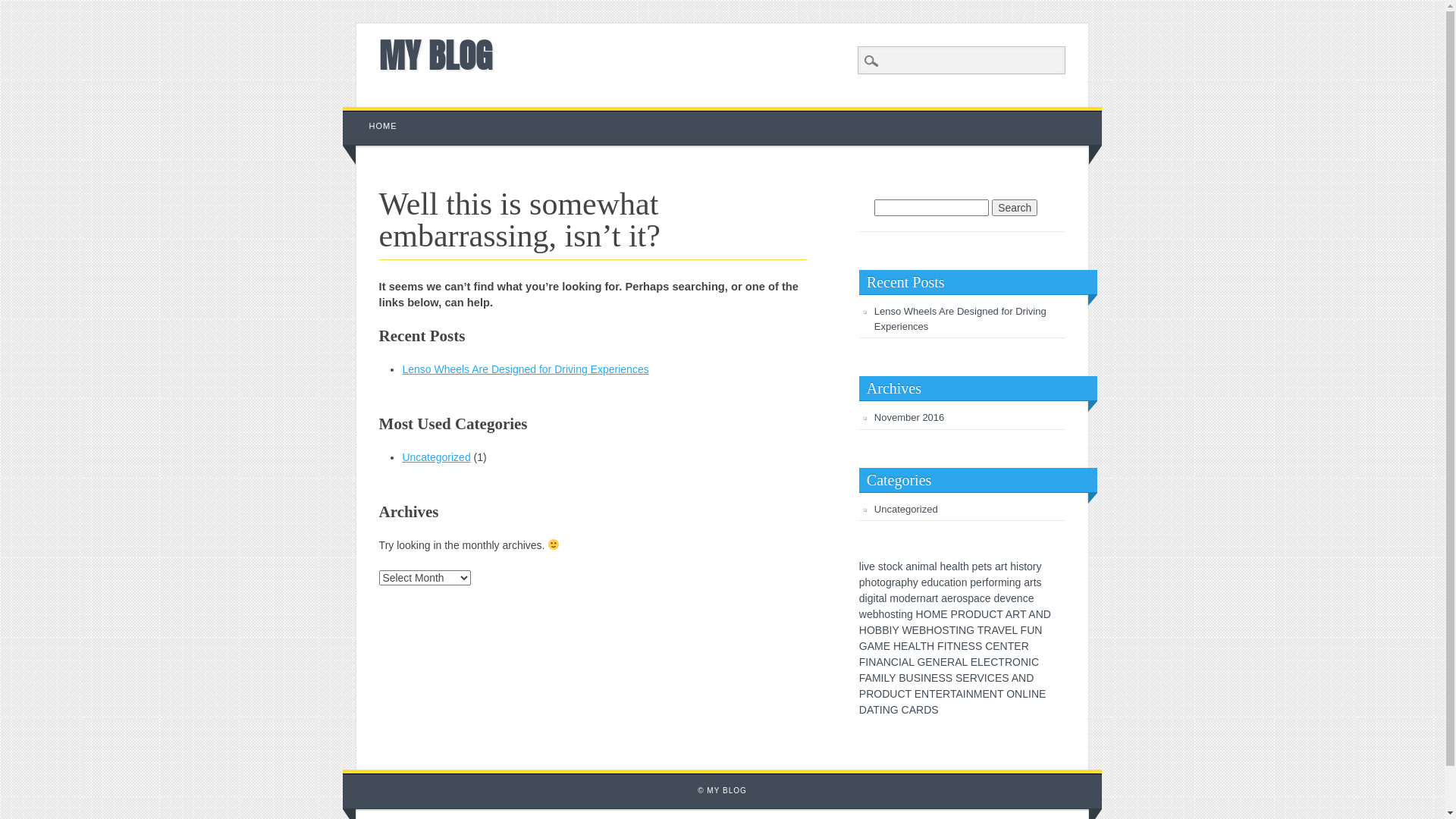  Describe the element at coordinates (993, 661) in the screenshot. I see `'C'` at that location.